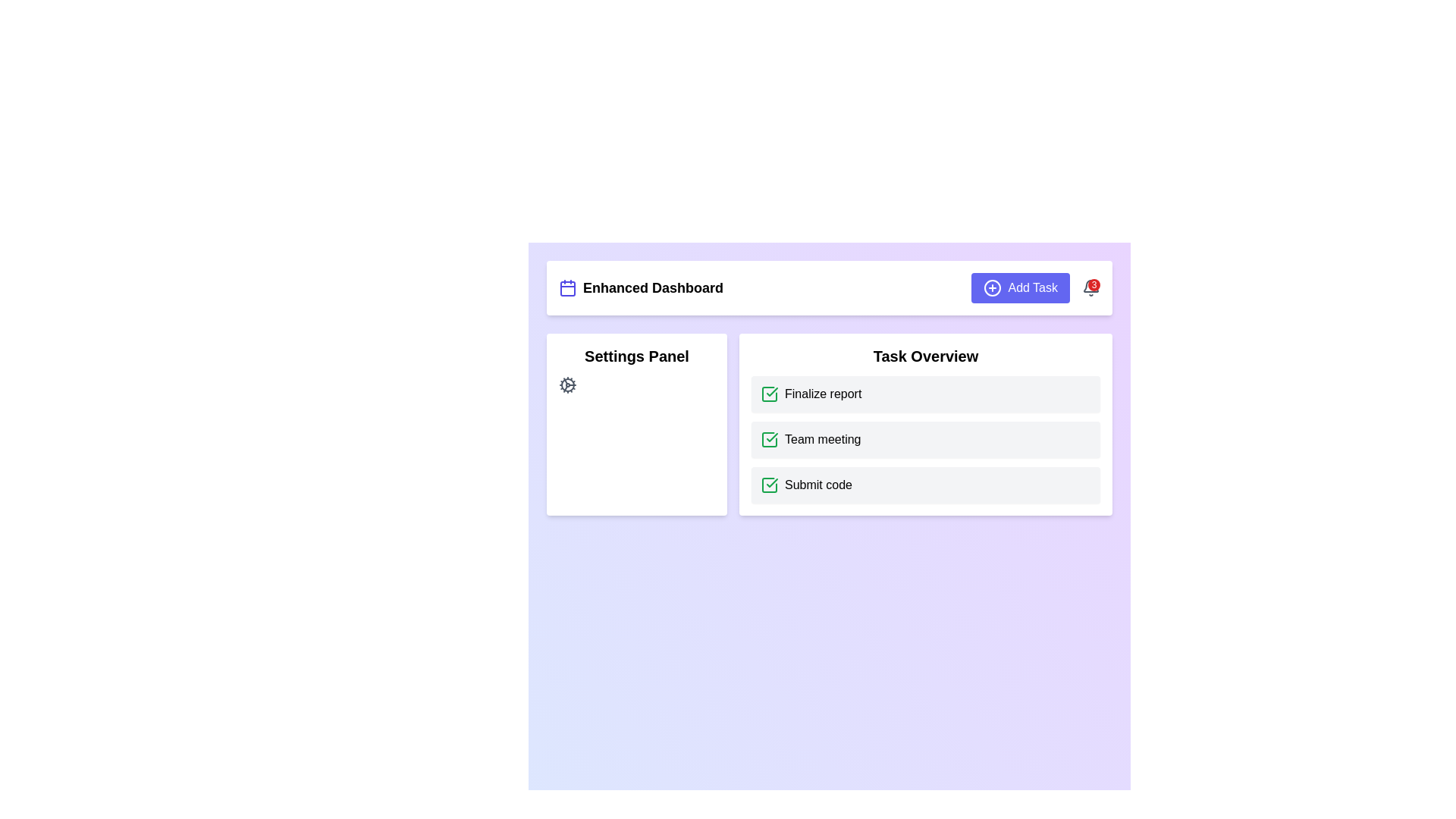 This screenshot has height=819, width=1456. Describe the element at coordinates (993, 288) in the screenshot. I see `the SVG circle element that forms the base of the 'Add Task' button icon located in the top navigation bar` at that location.